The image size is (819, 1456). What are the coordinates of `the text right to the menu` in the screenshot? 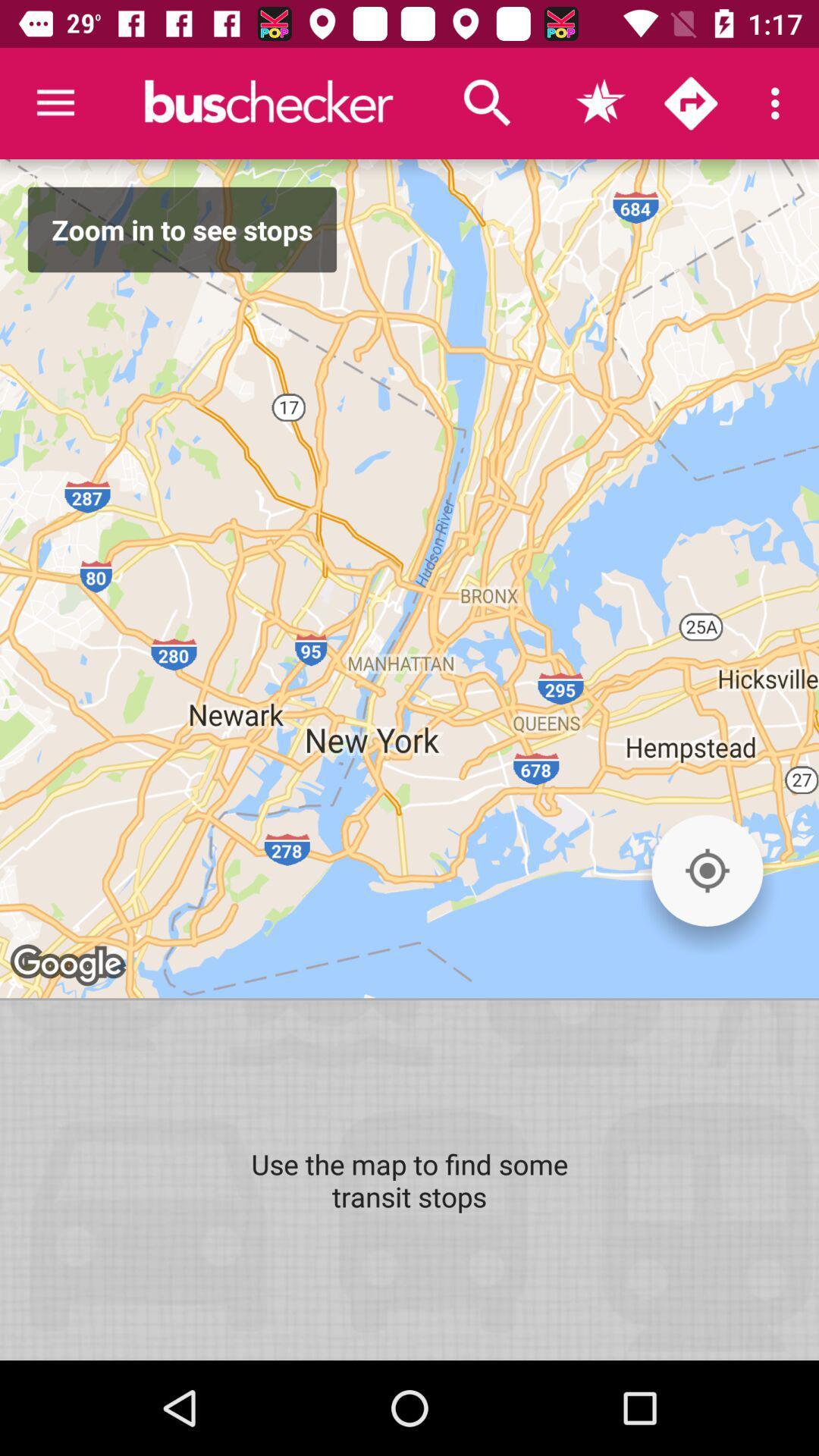 It's located at (268, 102).